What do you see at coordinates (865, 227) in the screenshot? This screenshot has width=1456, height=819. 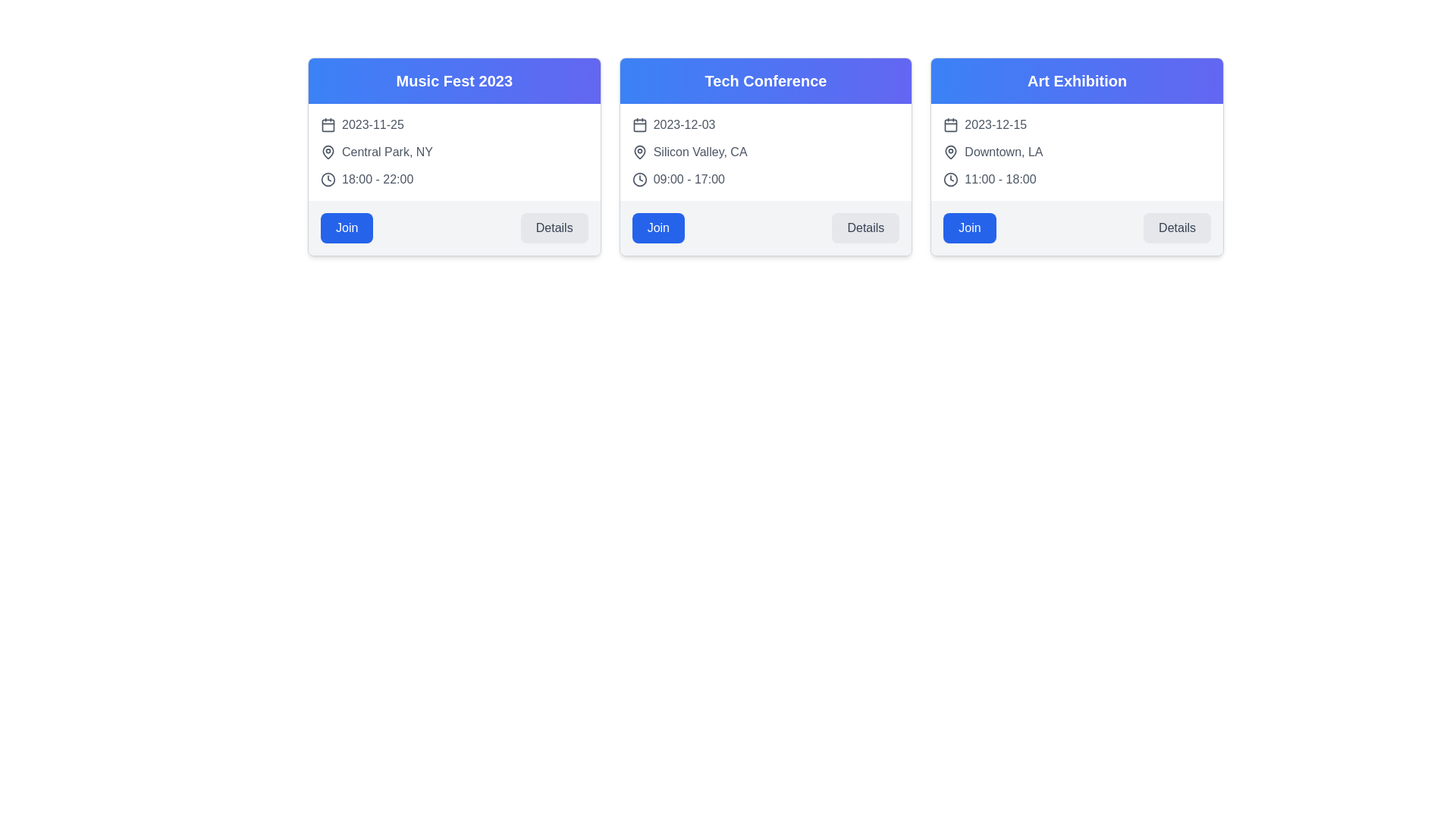 I see `the button in the lower-right corner of the 'Tech Conference' card` at bounding box center [865, 227].